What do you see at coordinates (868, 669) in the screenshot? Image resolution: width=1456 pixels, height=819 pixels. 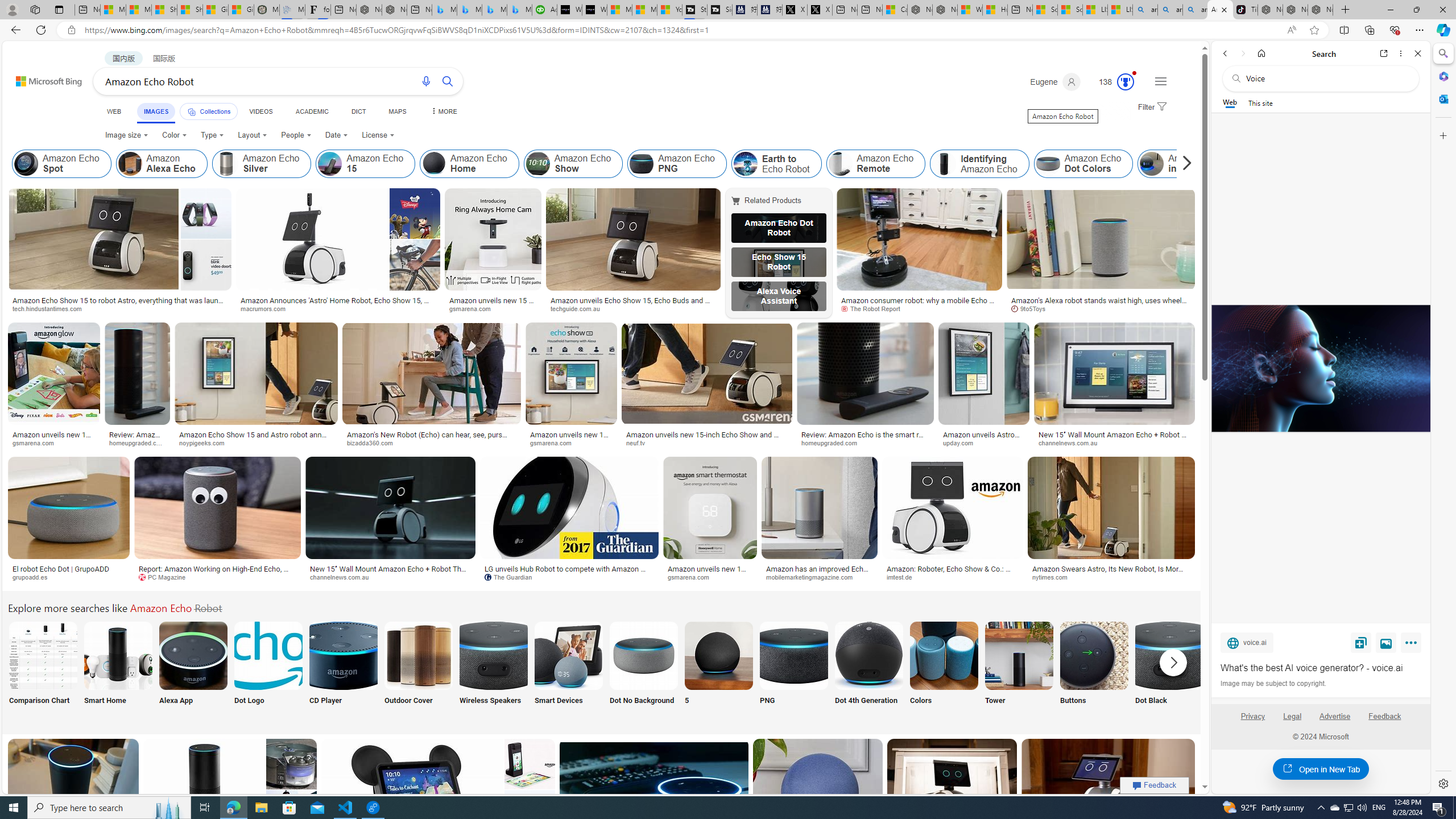 I see `'Dot 4th Generation'` at bounding box center [868, 669].